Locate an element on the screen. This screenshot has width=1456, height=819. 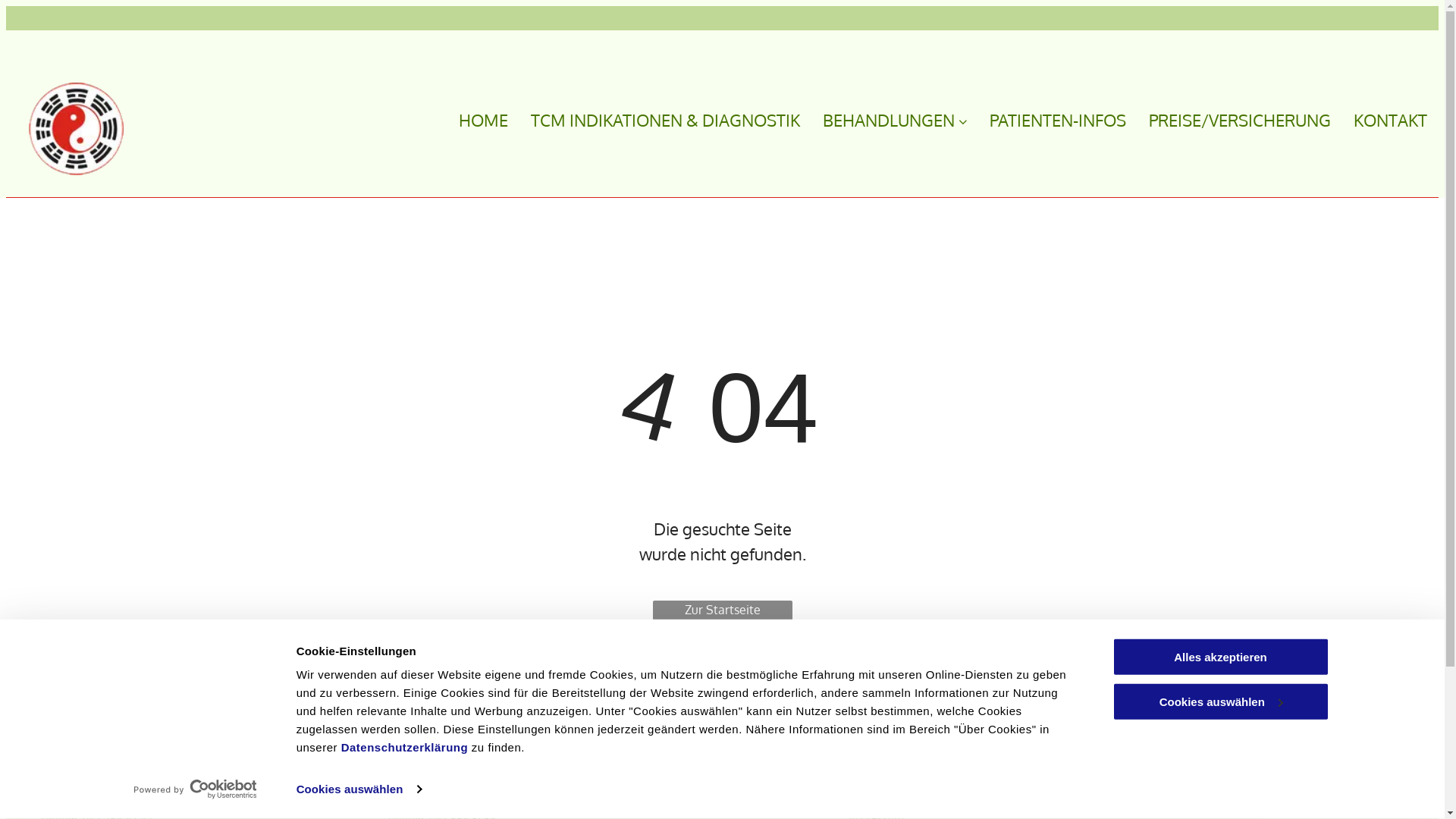
'KONTAKT' is located at coordinates (1379, 119).